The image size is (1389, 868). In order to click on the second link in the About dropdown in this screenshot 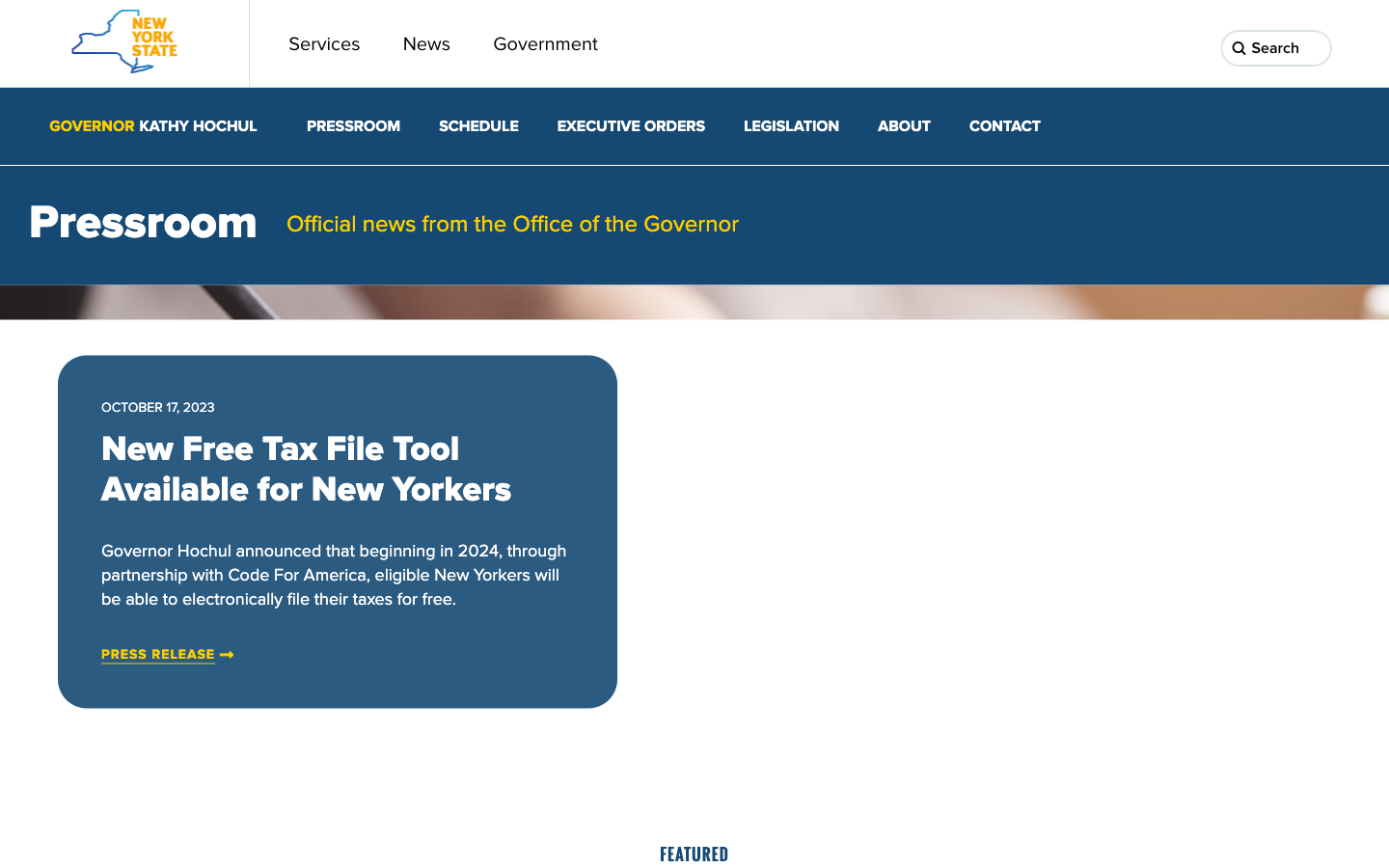, I will do `click(904, 126)`.